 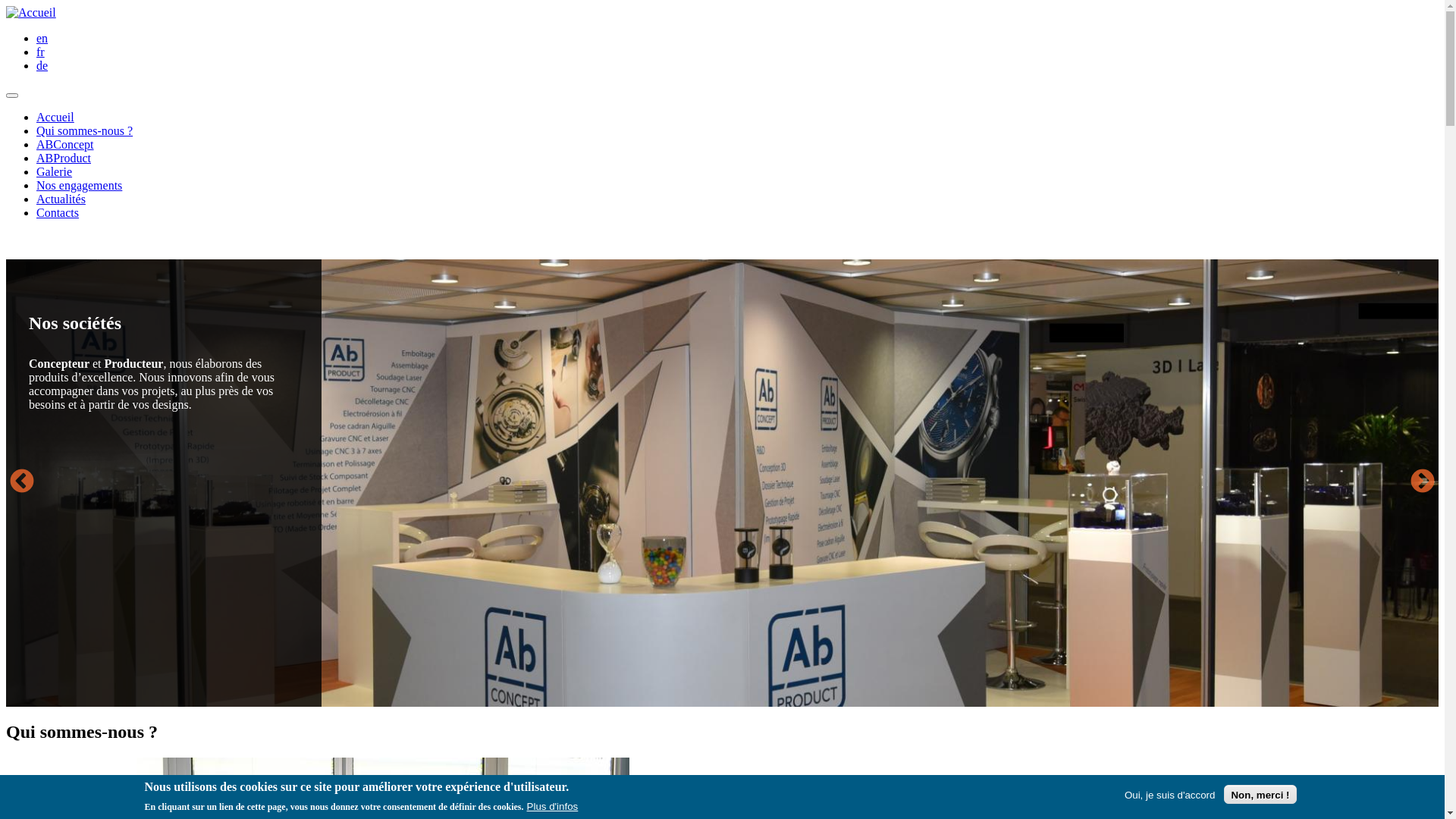 What do you see at coordinates (36, 171) in the screenshot?
I see `'Galerie'` at bounding box center [36, 171].